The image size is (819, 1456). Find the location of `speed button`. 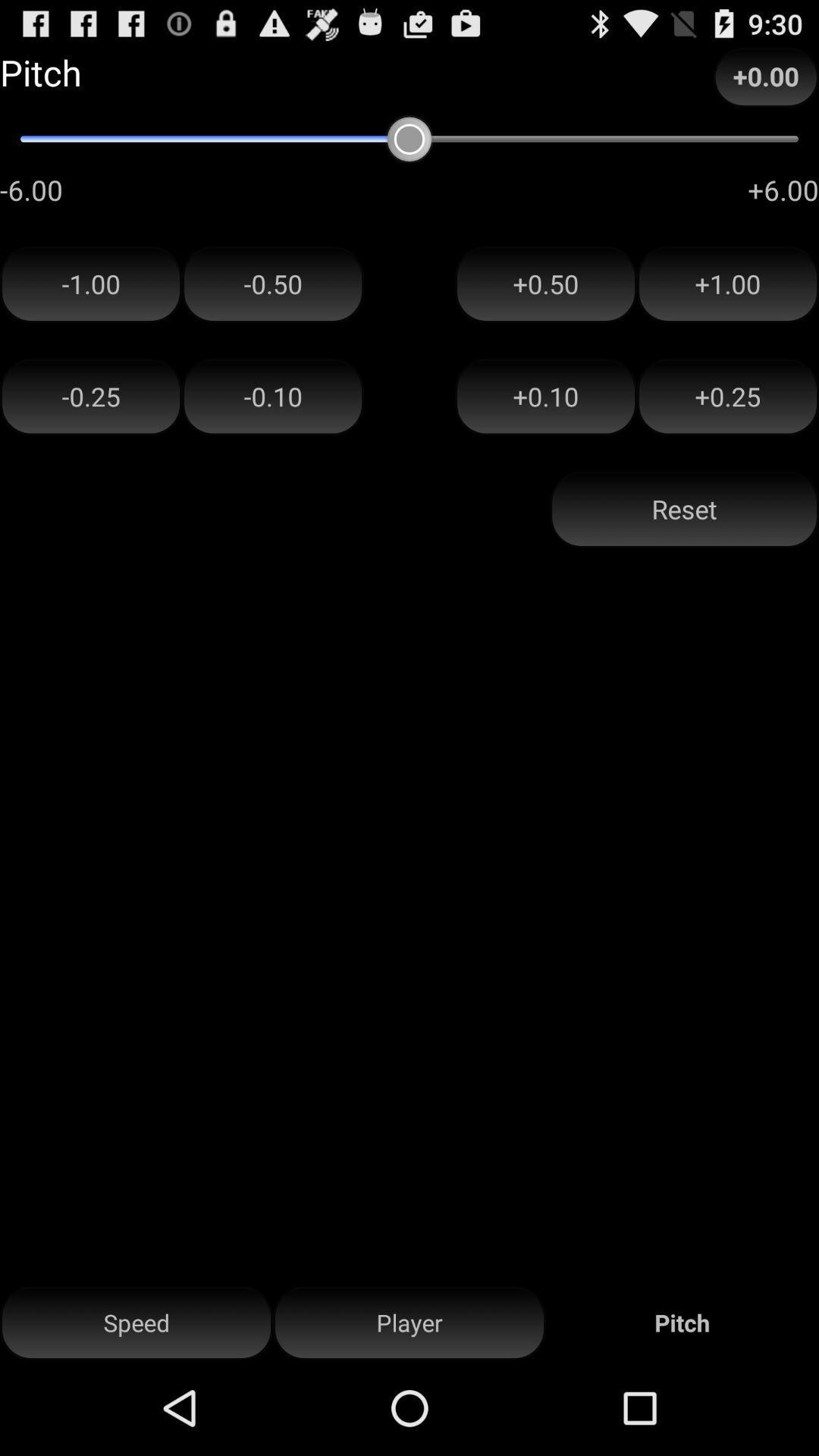

speed button is located at coordinates (136, 1323).